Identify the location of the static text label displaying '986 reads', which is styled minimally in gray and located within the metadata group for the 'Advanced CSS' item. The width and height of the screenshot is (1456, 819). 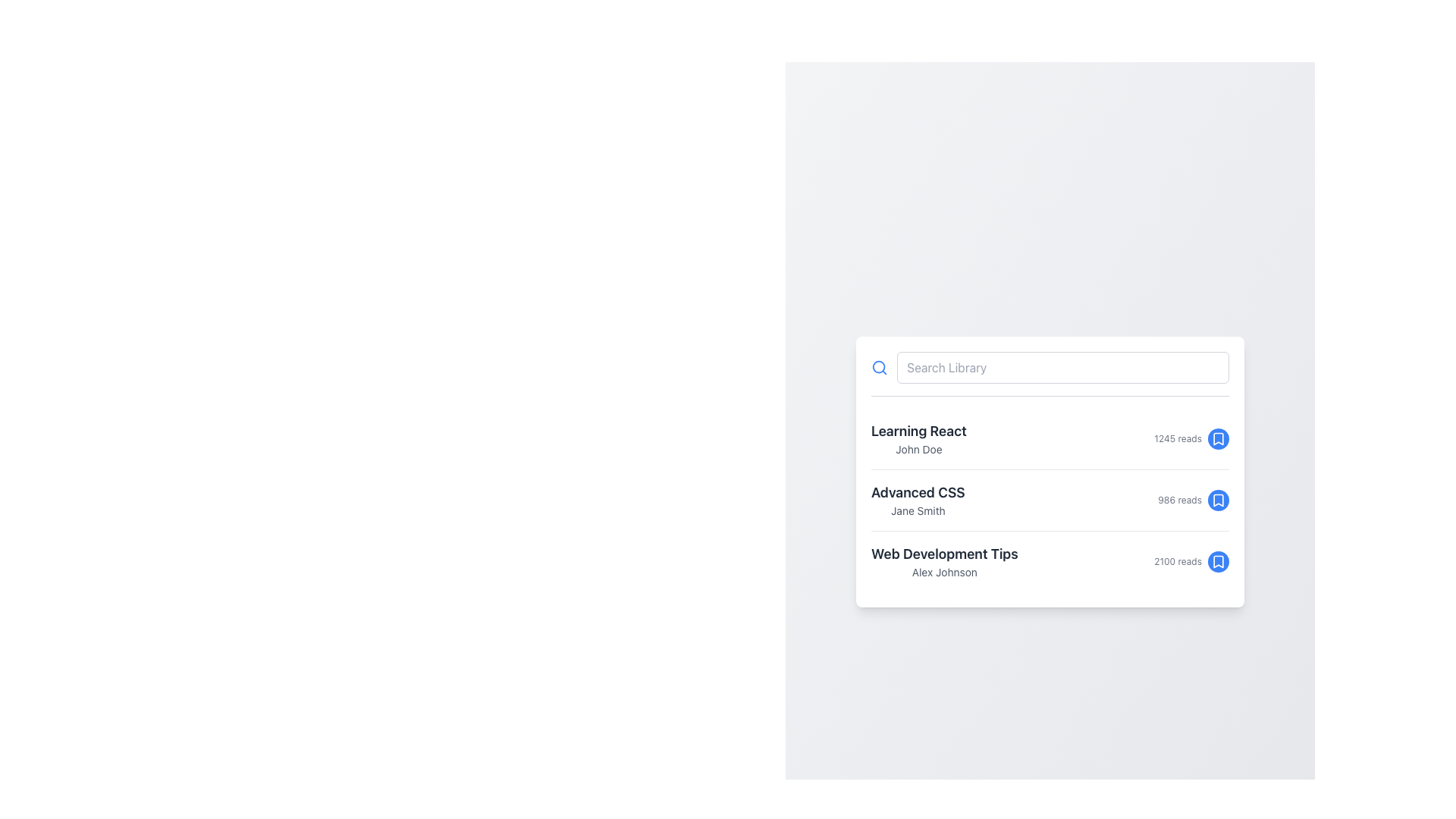
(1179, 500).